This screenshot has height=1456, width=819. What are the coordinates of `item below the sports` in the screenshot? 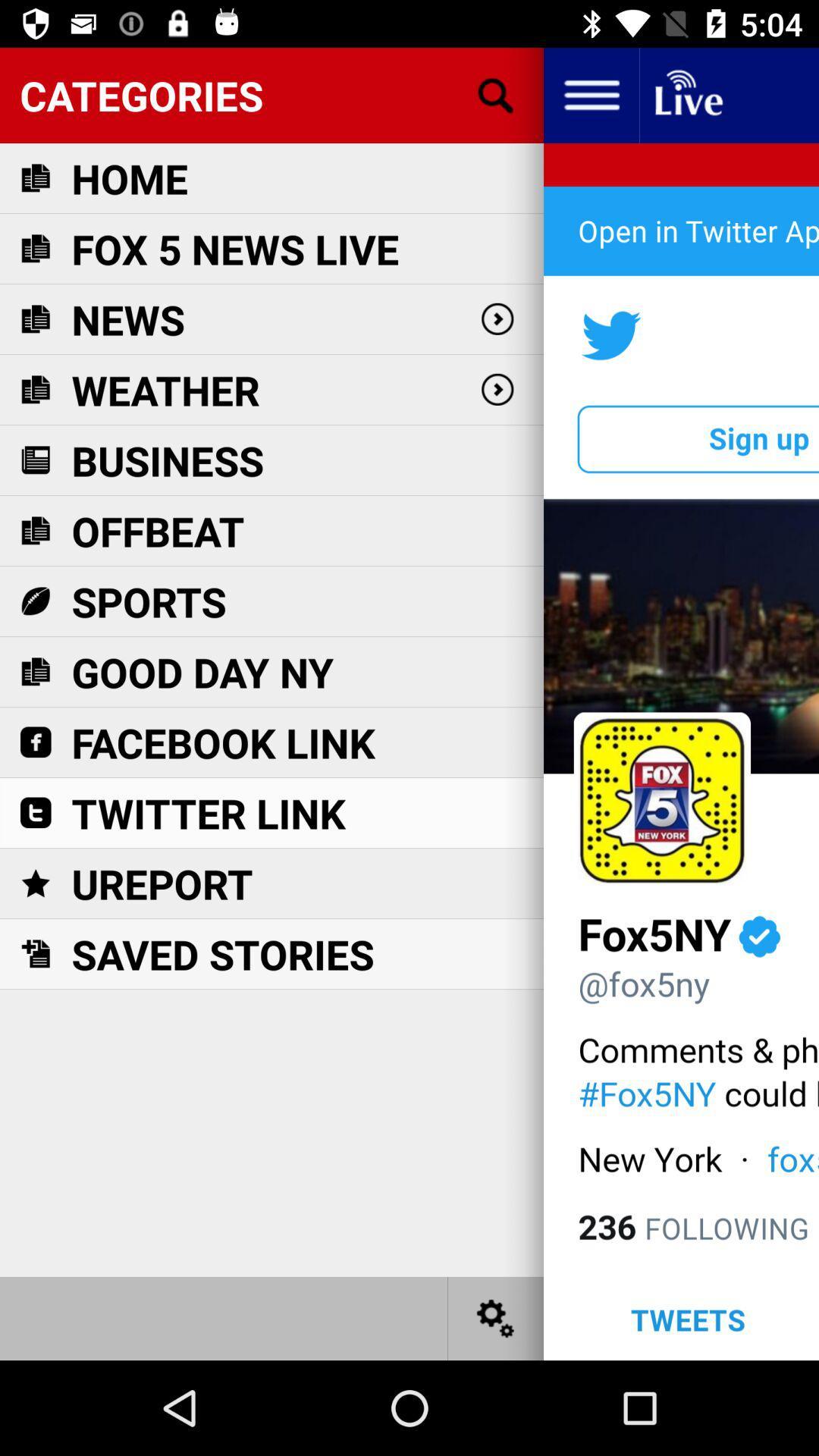 It's located at (202, 671).